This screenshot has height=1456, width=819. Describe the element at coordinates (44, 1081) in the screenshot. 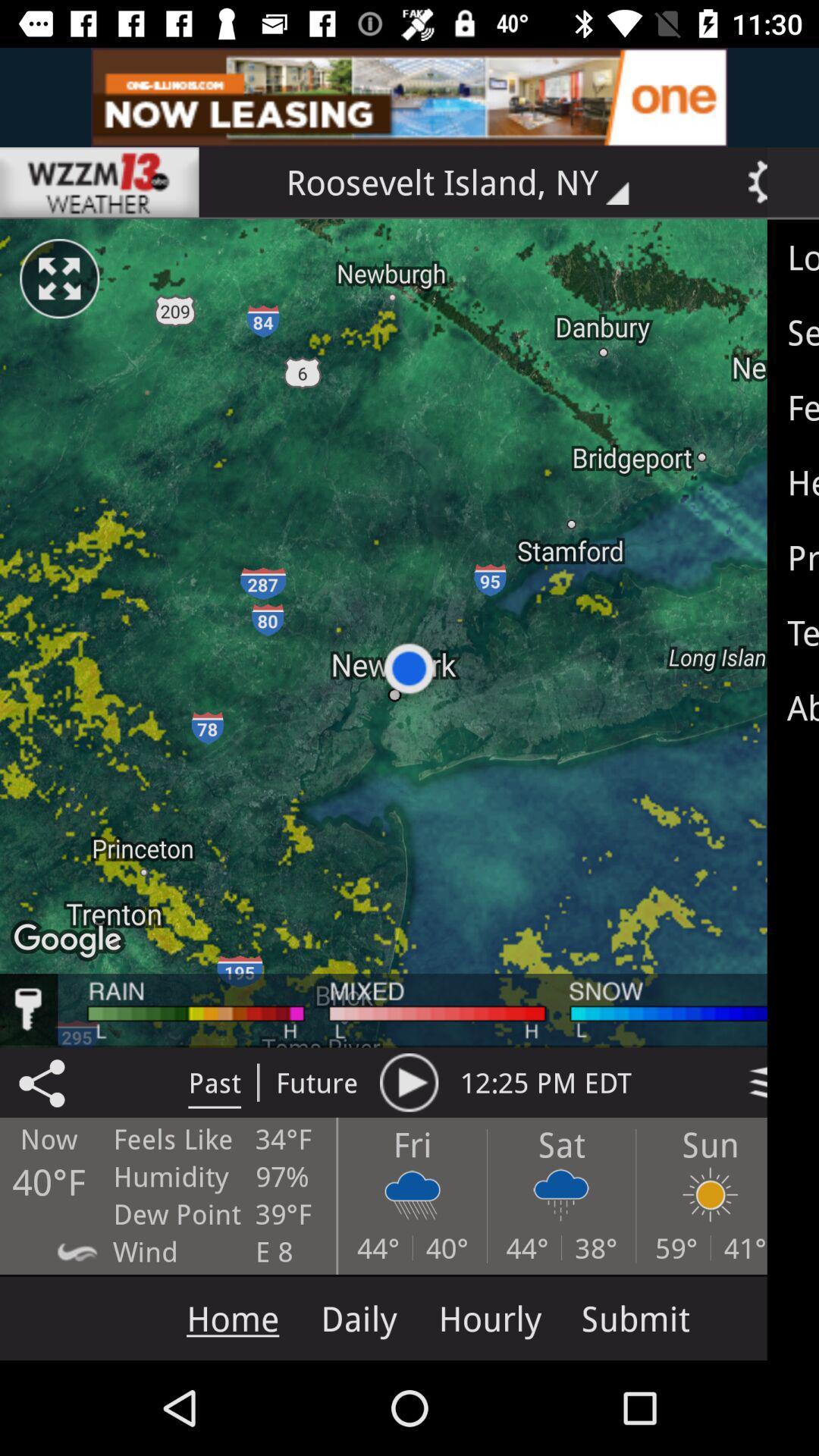

I see `the share icon` at that location.